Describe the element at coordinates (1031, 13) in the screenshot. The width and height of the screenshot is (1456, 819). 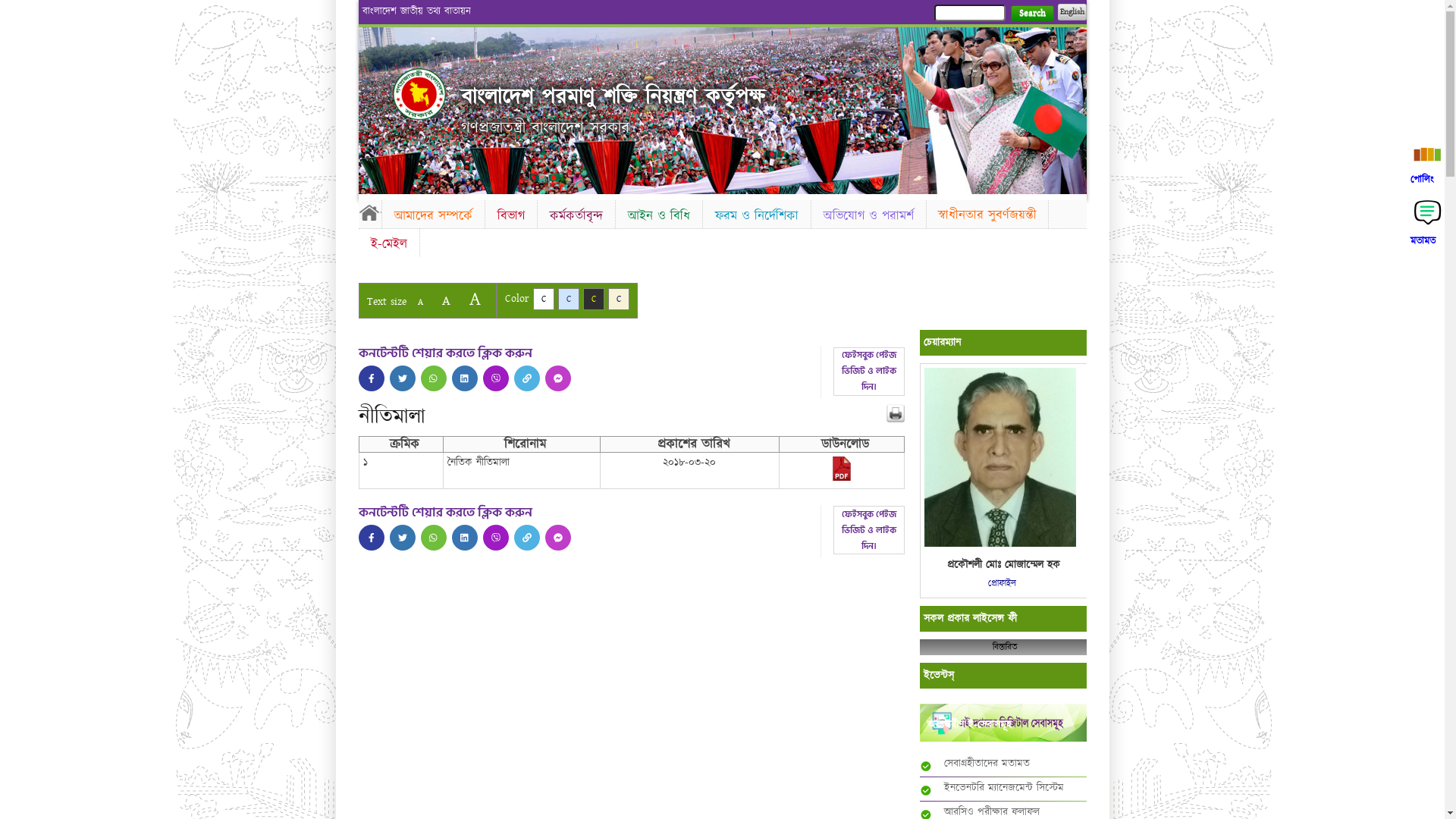
I see `'Search'` at that location.